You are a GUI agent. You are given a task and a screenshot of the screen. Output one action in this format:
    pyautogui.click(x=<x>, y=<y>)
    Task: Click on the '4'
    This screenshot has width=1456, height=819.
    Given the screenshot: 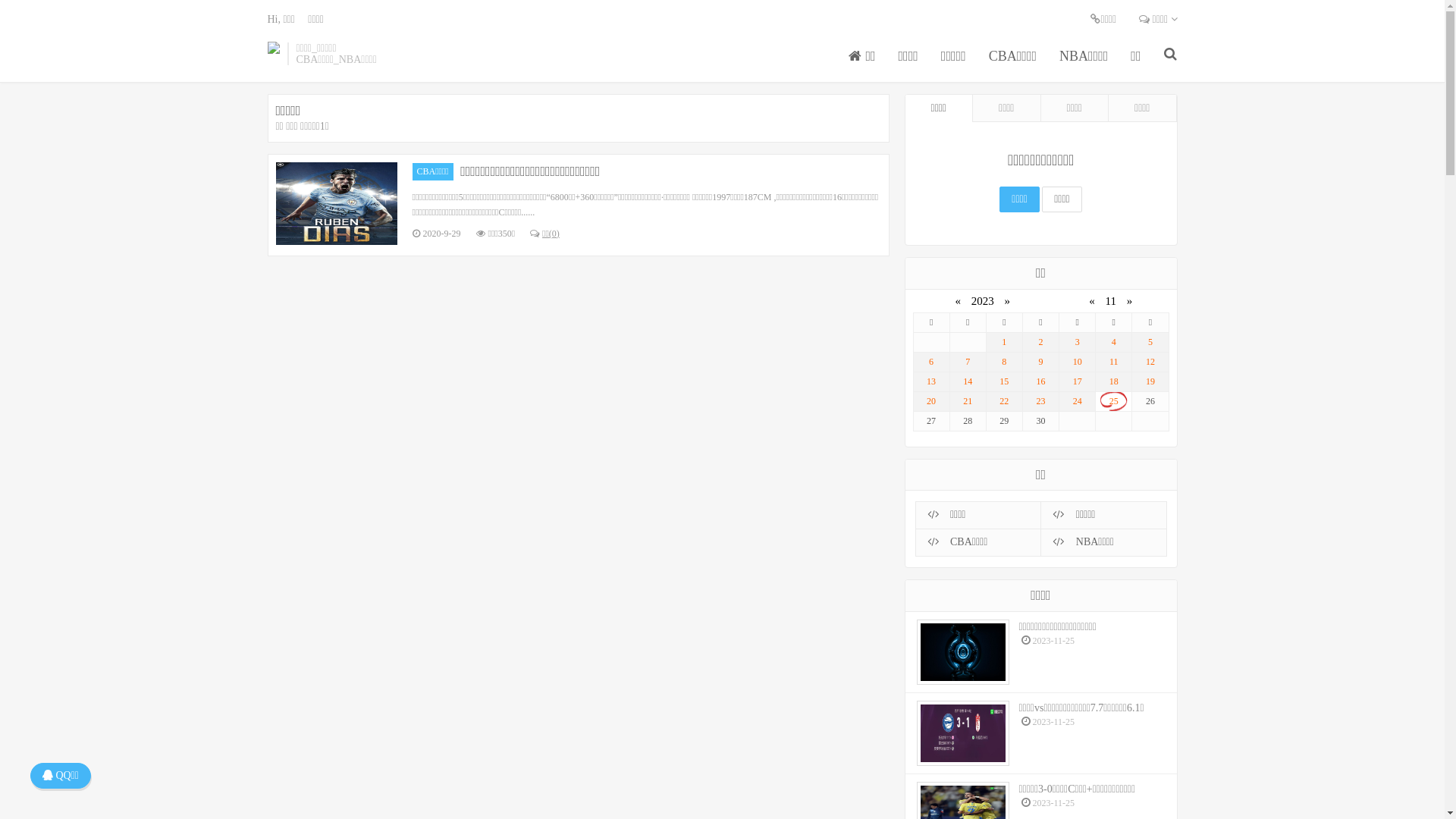 What is the action you would take?
    pyautogui.click(x=1113, y=342)
    